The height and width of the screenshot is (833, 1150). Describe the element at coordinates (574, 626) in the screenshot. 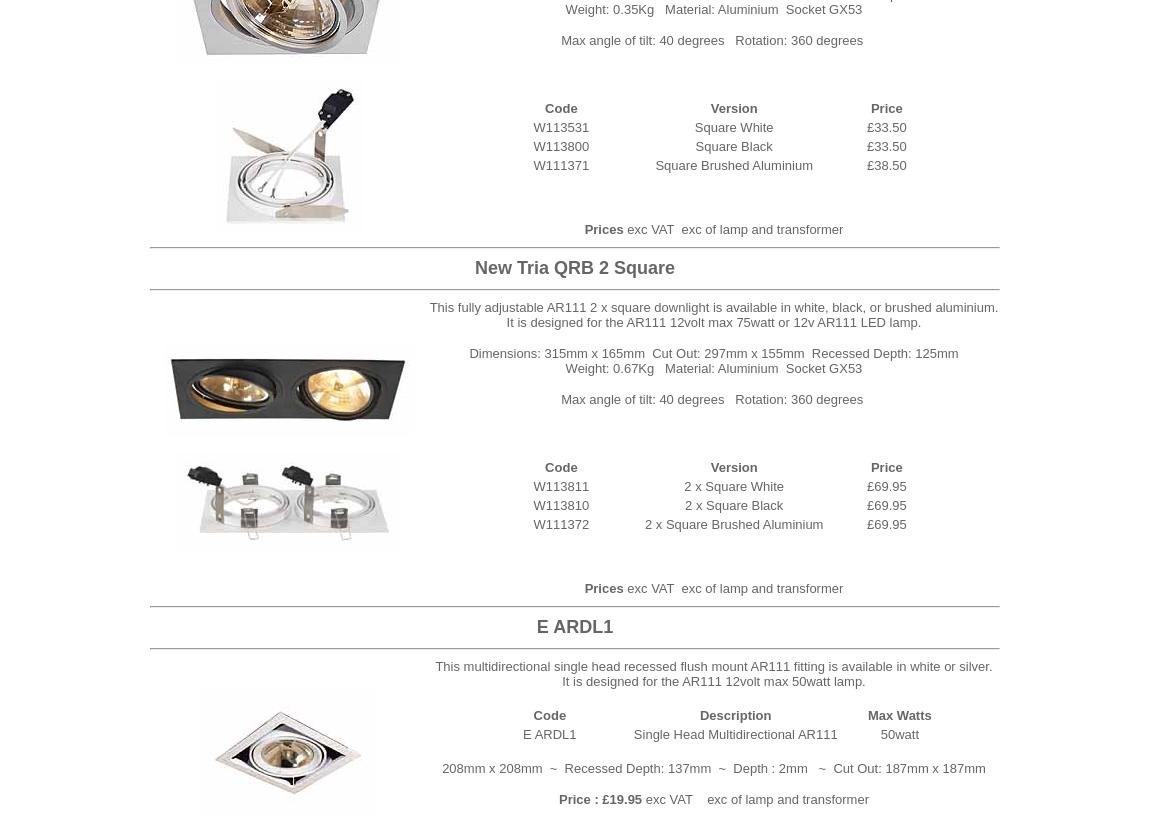

I see `'E 
        ARDL1'` at that location.